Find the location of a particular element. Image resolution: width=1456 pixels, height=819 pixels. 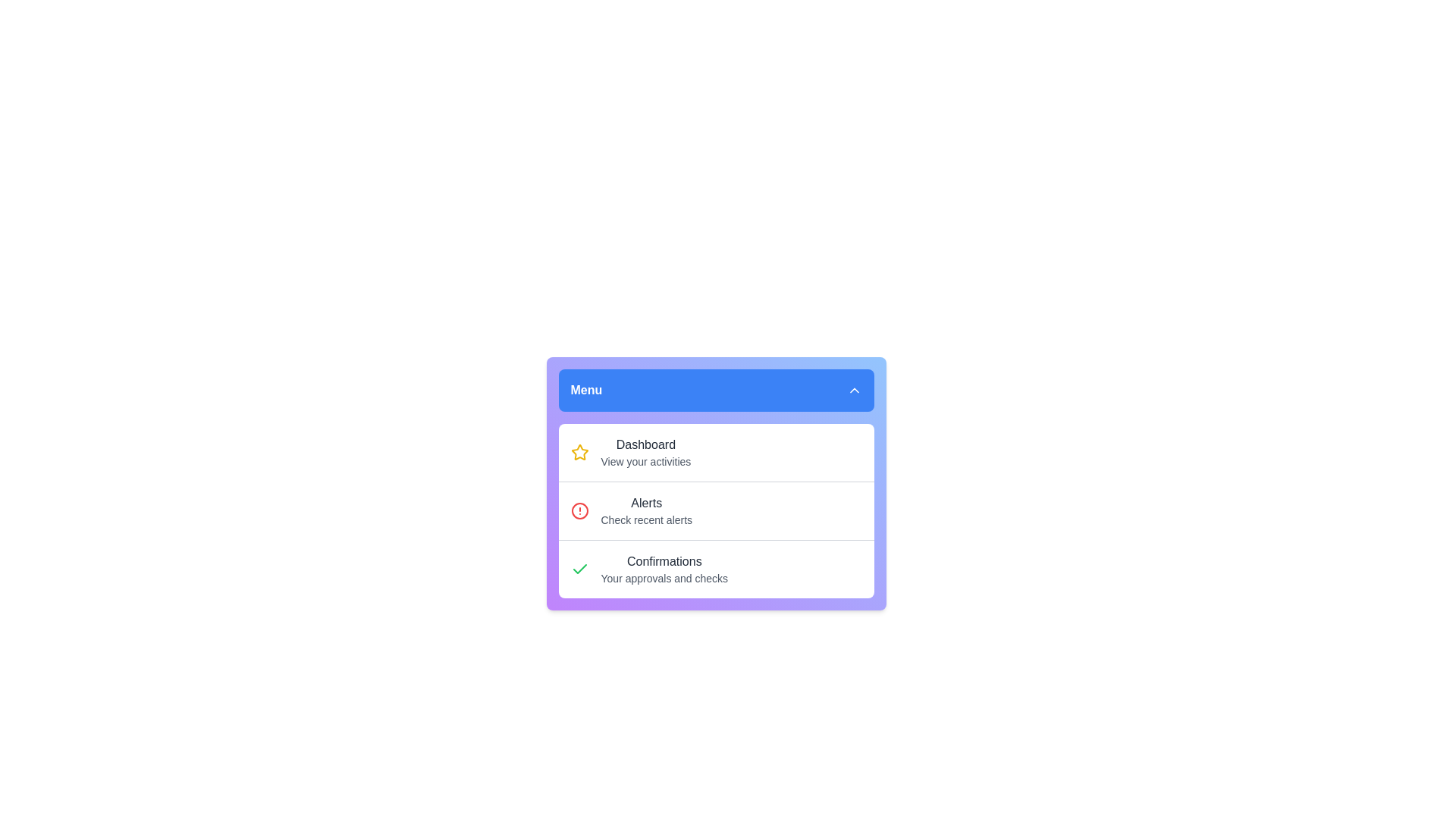

the blue 'Menu' button with rounded corners at the top of the menu component to activate options immediately is located at coordinates (715, 390).